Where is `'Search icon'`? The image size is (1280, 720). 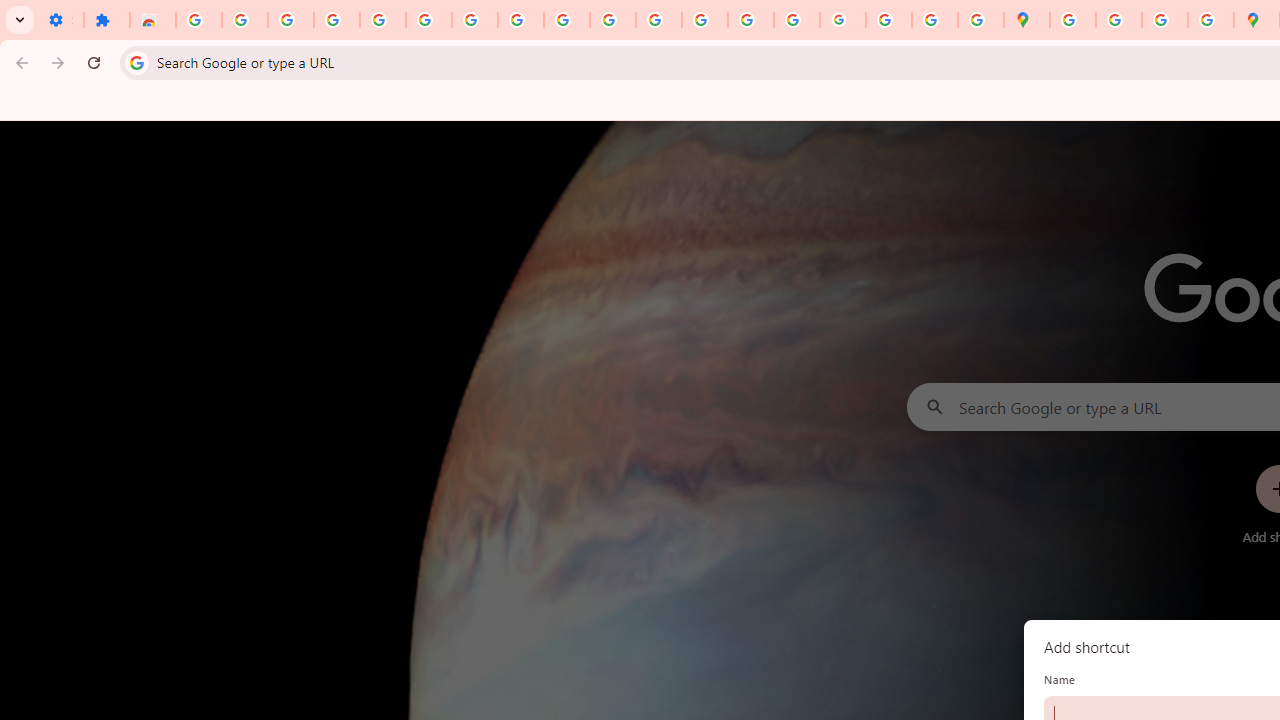 'Search icon' is located at coordinates (135, 61).